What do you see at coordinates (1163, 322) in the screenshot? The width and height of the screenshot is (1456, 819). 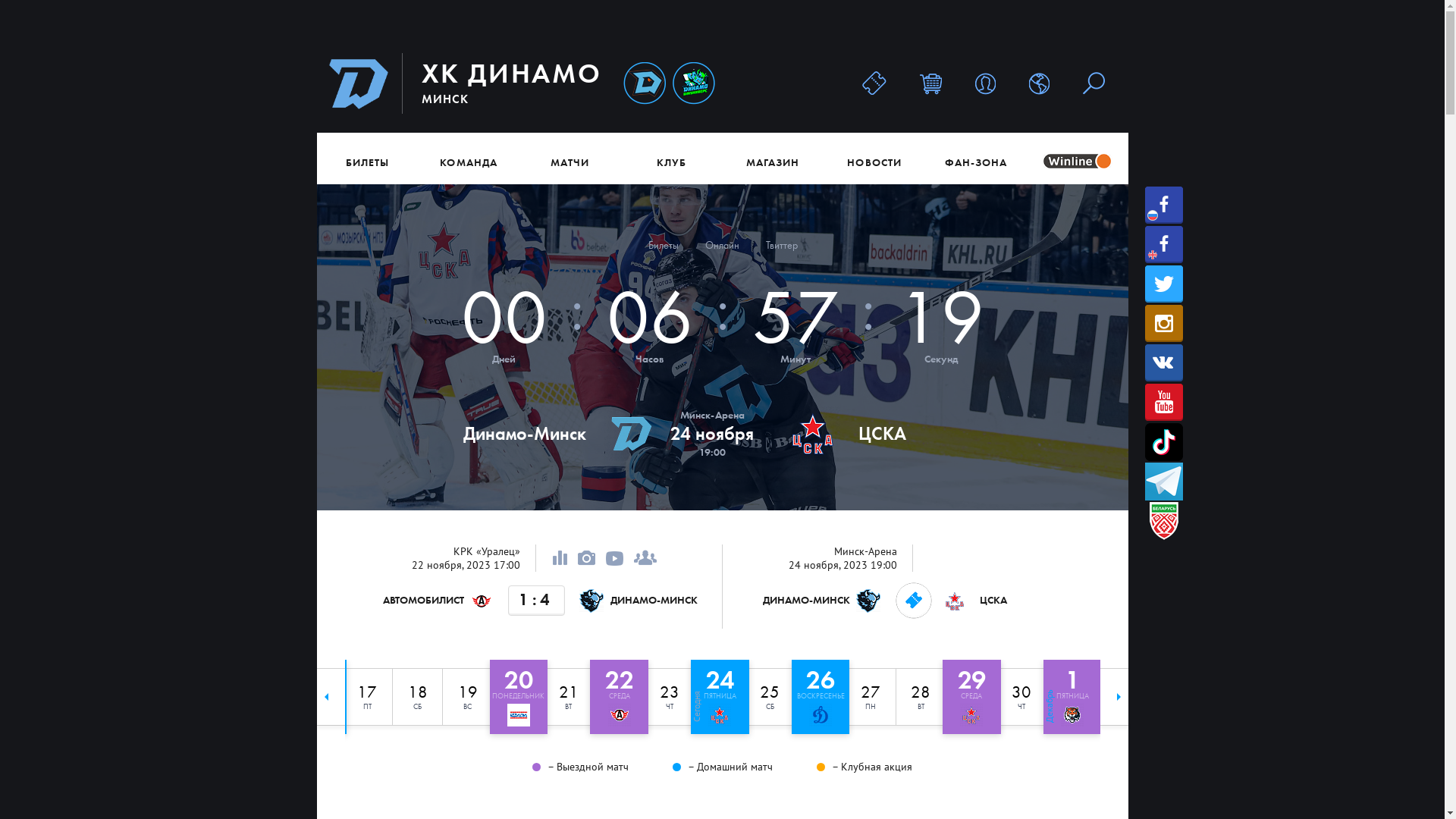 I see `'Intagram'` at bounding box center [1163, 322].